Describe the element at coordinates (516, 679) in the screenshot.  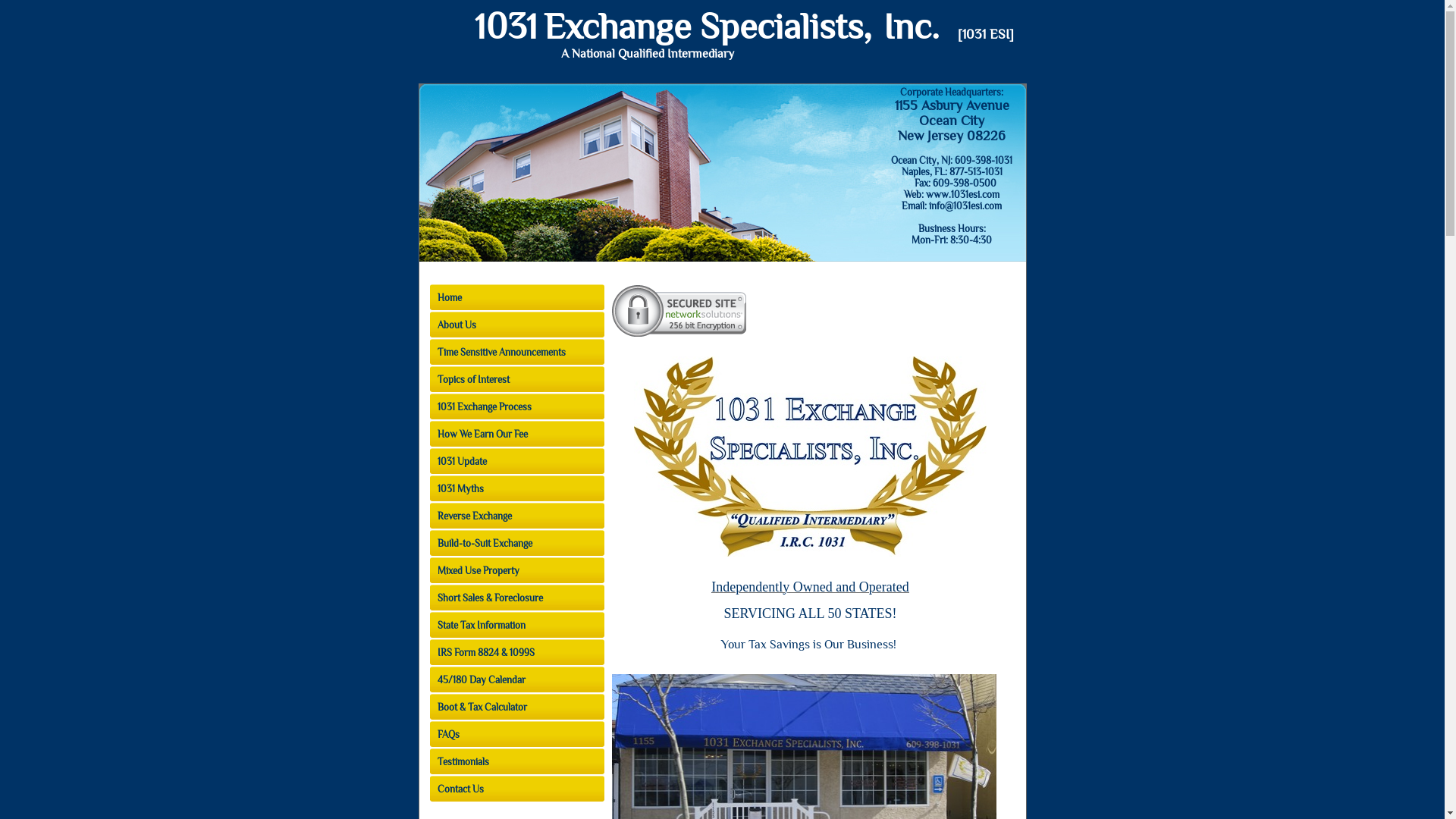
I see `'45/180 Day Calendar'` at that location.